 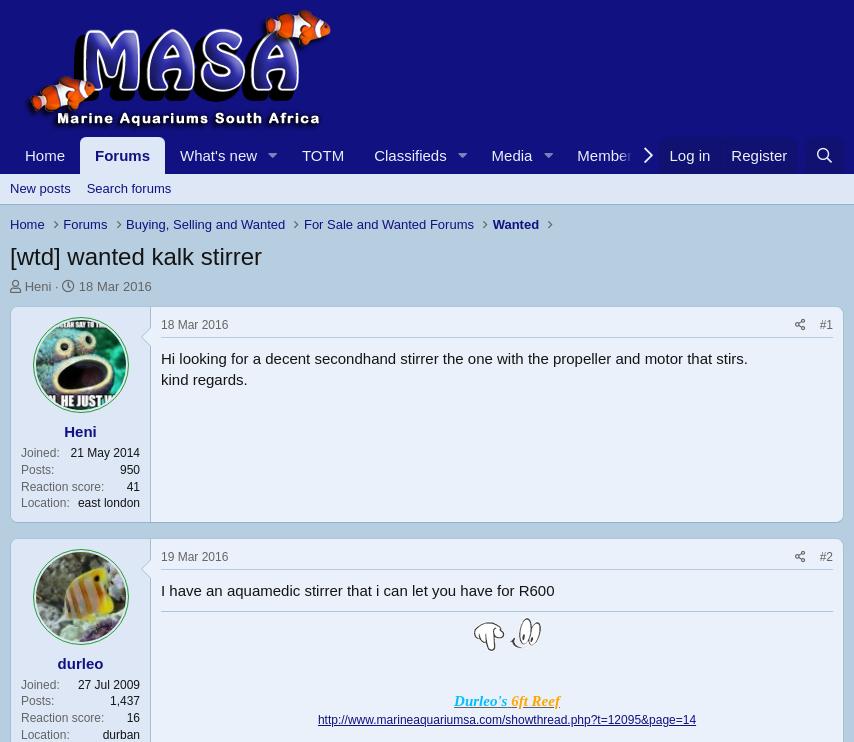 What do you see at coordinates (160, 358) in the screenshot?
I see `'Hi looking for a decent secondhand stirrer the one with the propeller and motor that stirs.'` at bounding box center [160, 358].